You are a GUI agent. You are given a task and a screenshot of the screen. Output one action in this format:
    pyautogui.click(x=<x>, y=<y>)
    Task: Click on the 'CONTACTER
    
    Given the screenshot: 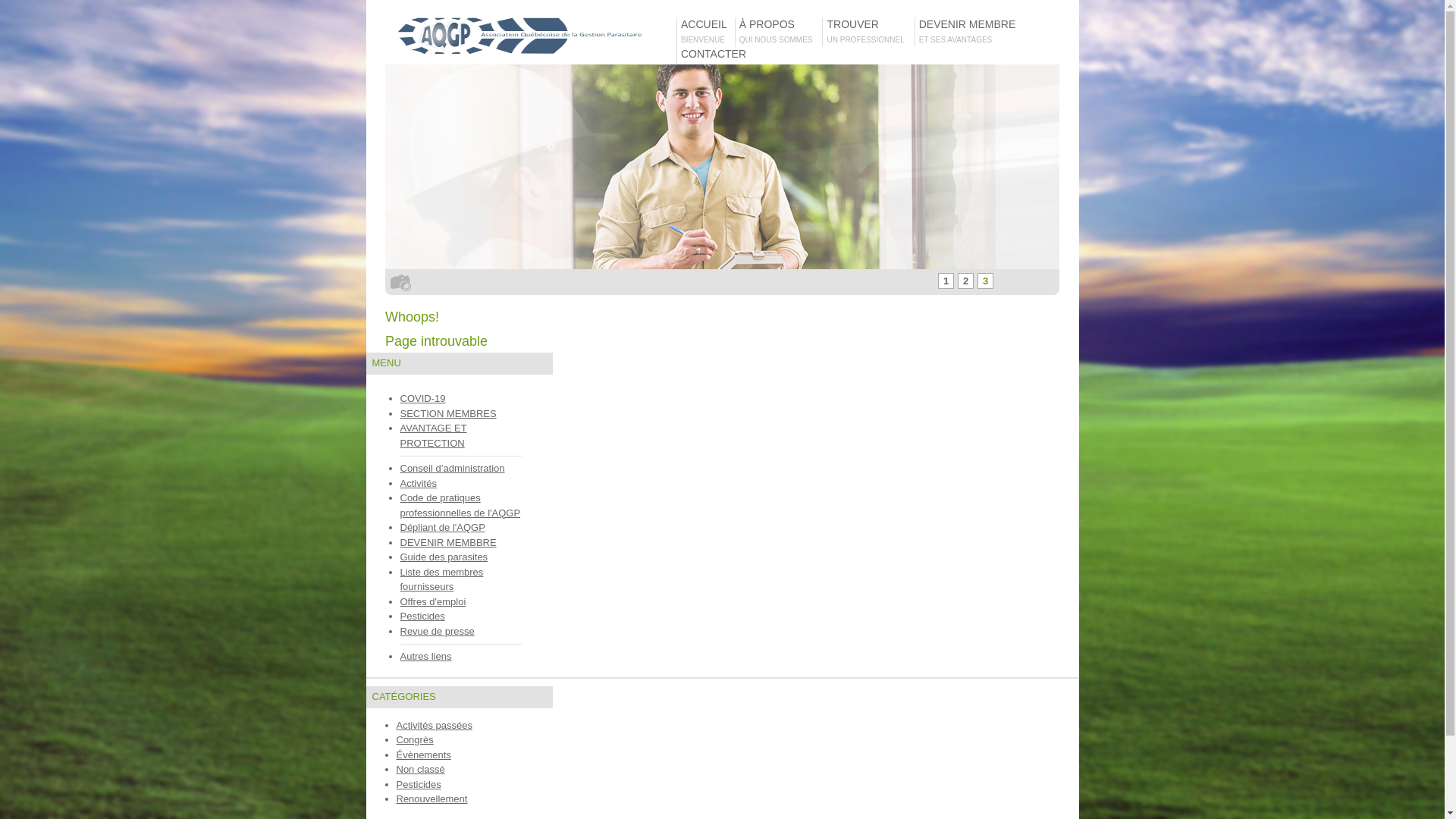 What is the action you would take?
    pyautogui.click(x=711, y=61)
    